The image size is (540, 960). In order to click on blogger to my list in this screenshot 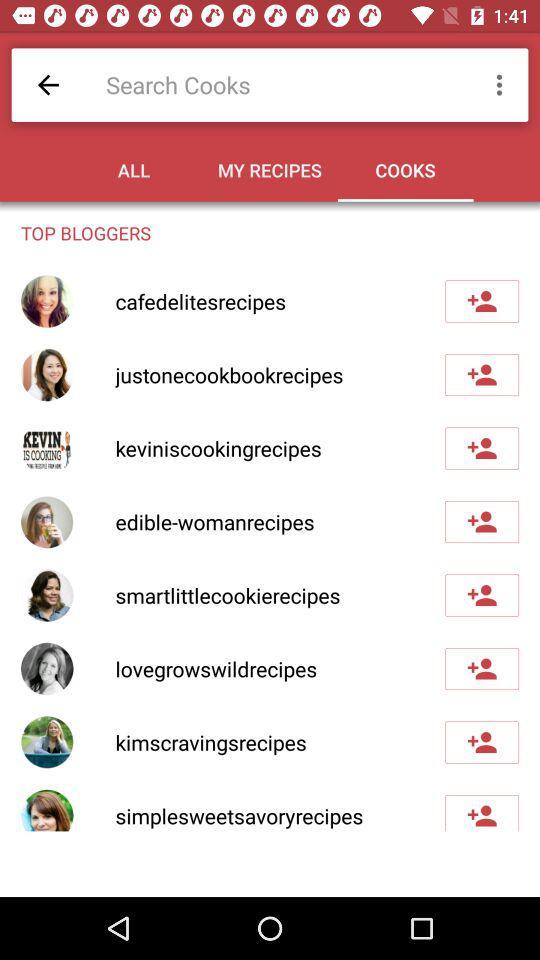, I will do `click(481, 520)`.